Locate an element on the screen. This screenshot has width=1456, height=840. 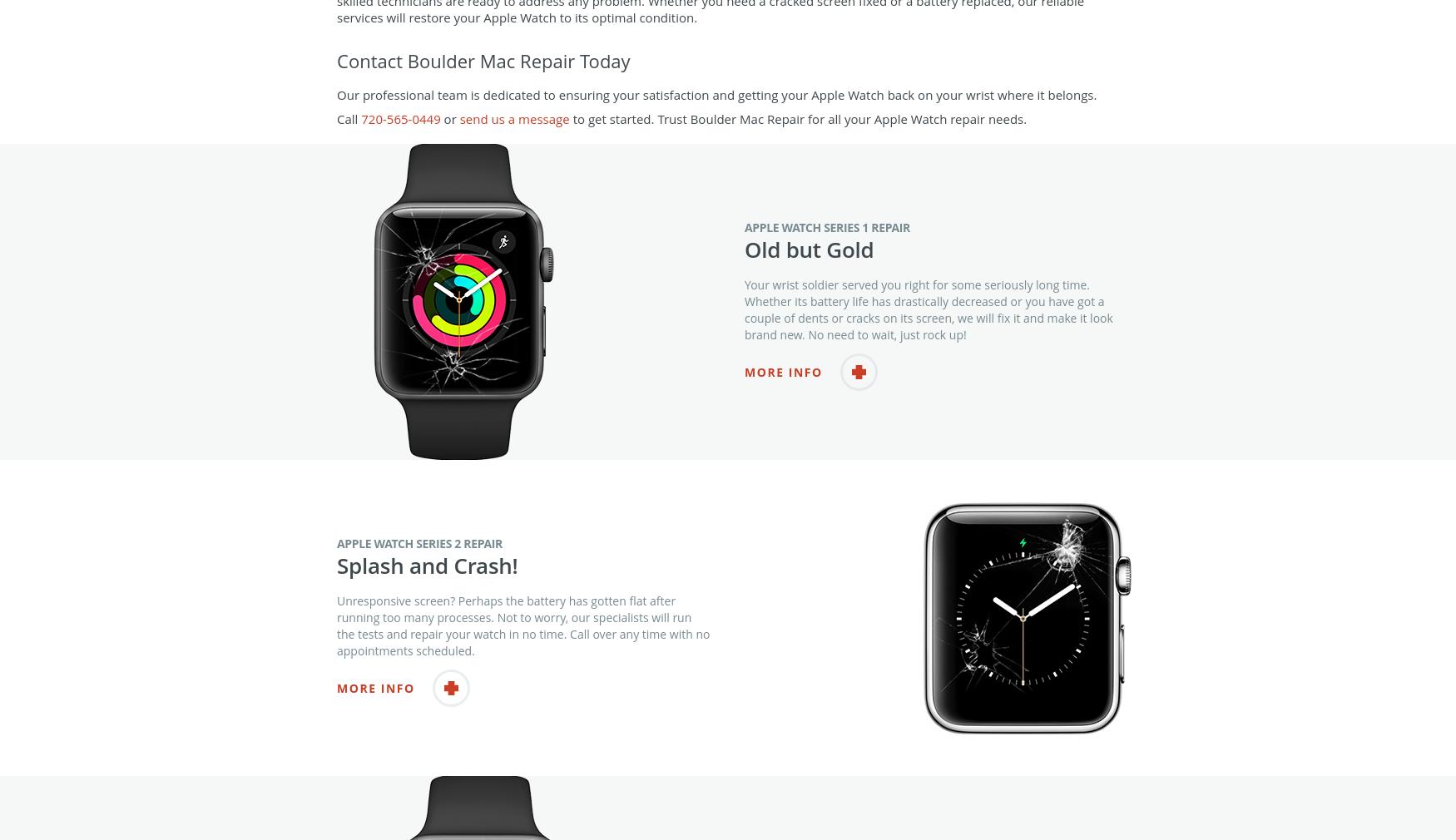
'Apple Watch Series 2 Repair' is located at coordinates (418, 575).